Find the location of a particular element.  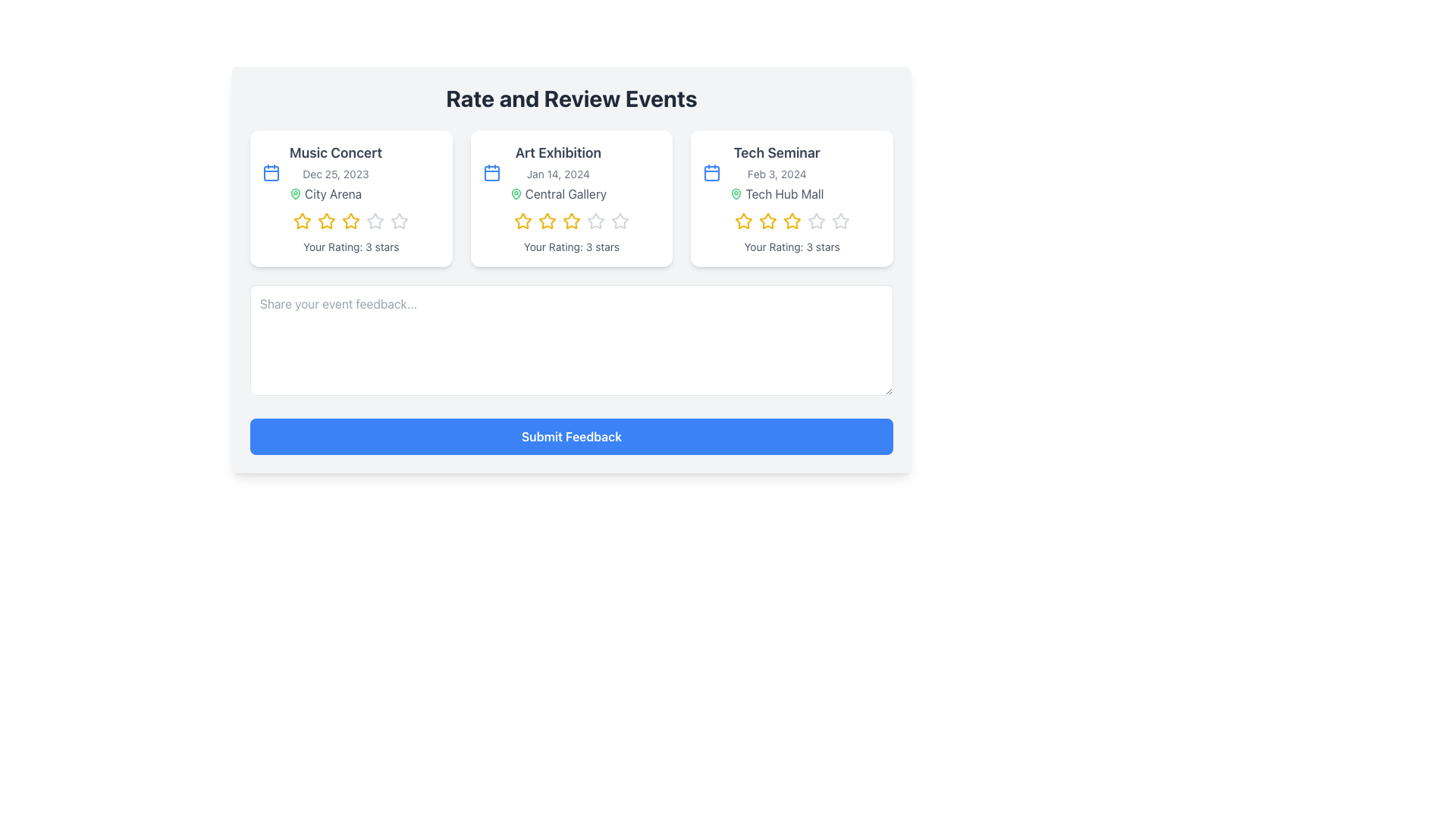

the 'Art Exhibition' text element, which is styled in bold and larger font, located at the top section of the second card in a three-card layout is located at coordinates (557, 152).